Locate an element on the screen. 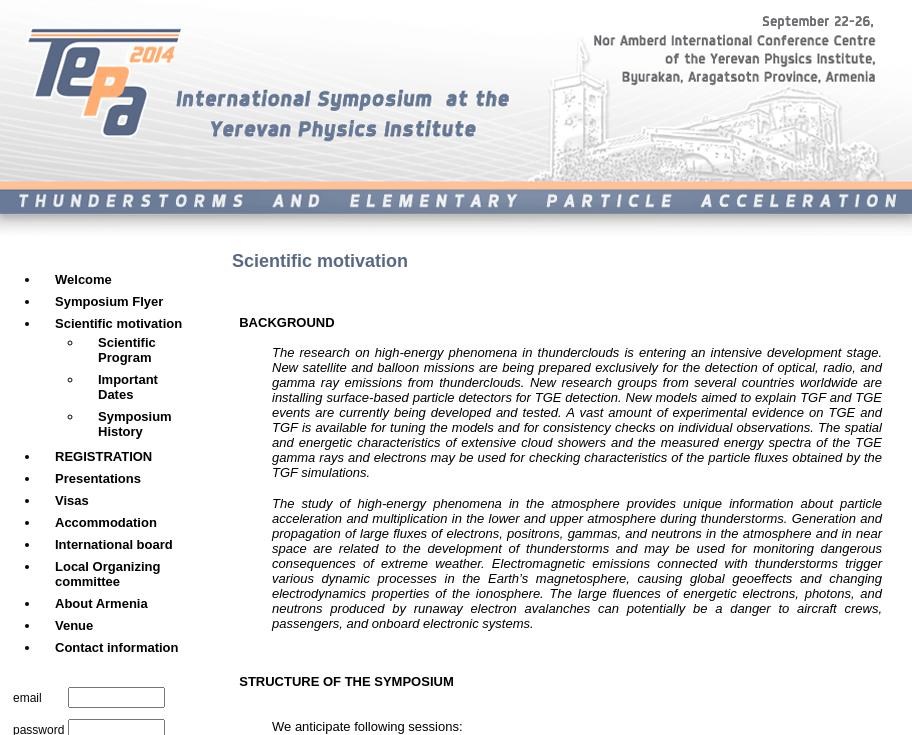  'Visas' is located at coordinates (70, 500).